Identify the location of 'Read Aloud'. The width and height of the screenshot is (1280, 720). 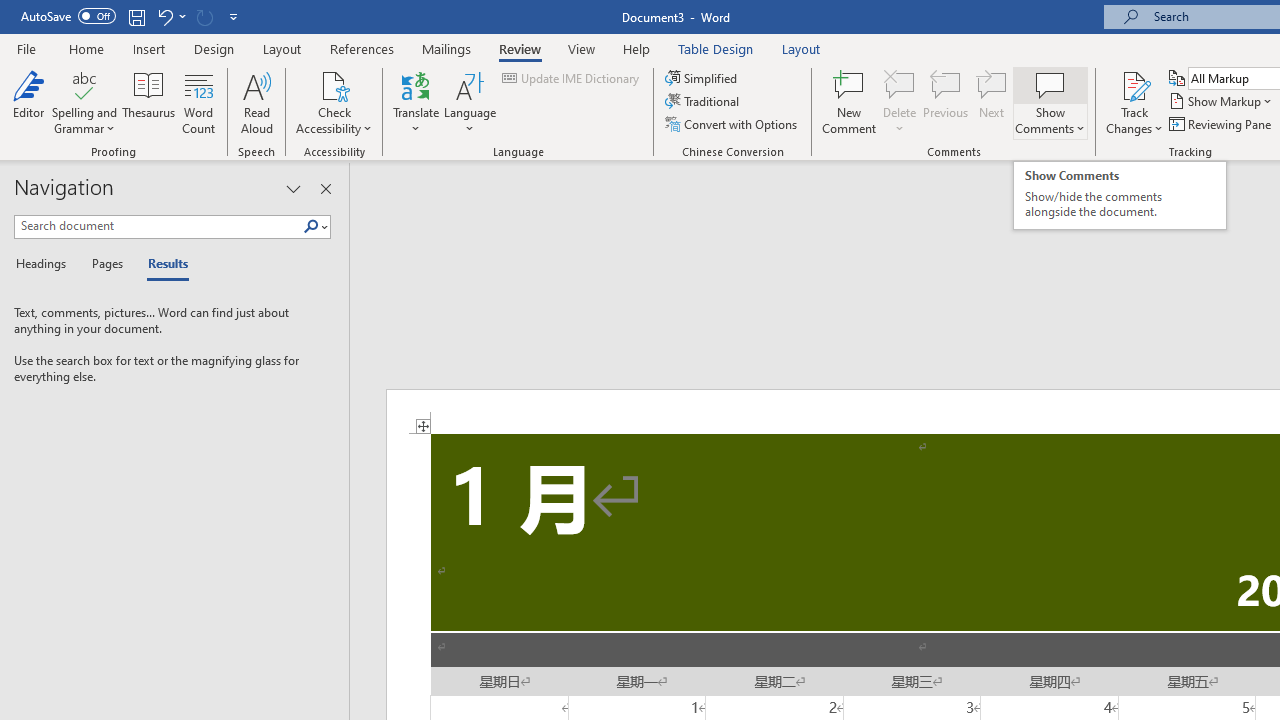
(255, 103).